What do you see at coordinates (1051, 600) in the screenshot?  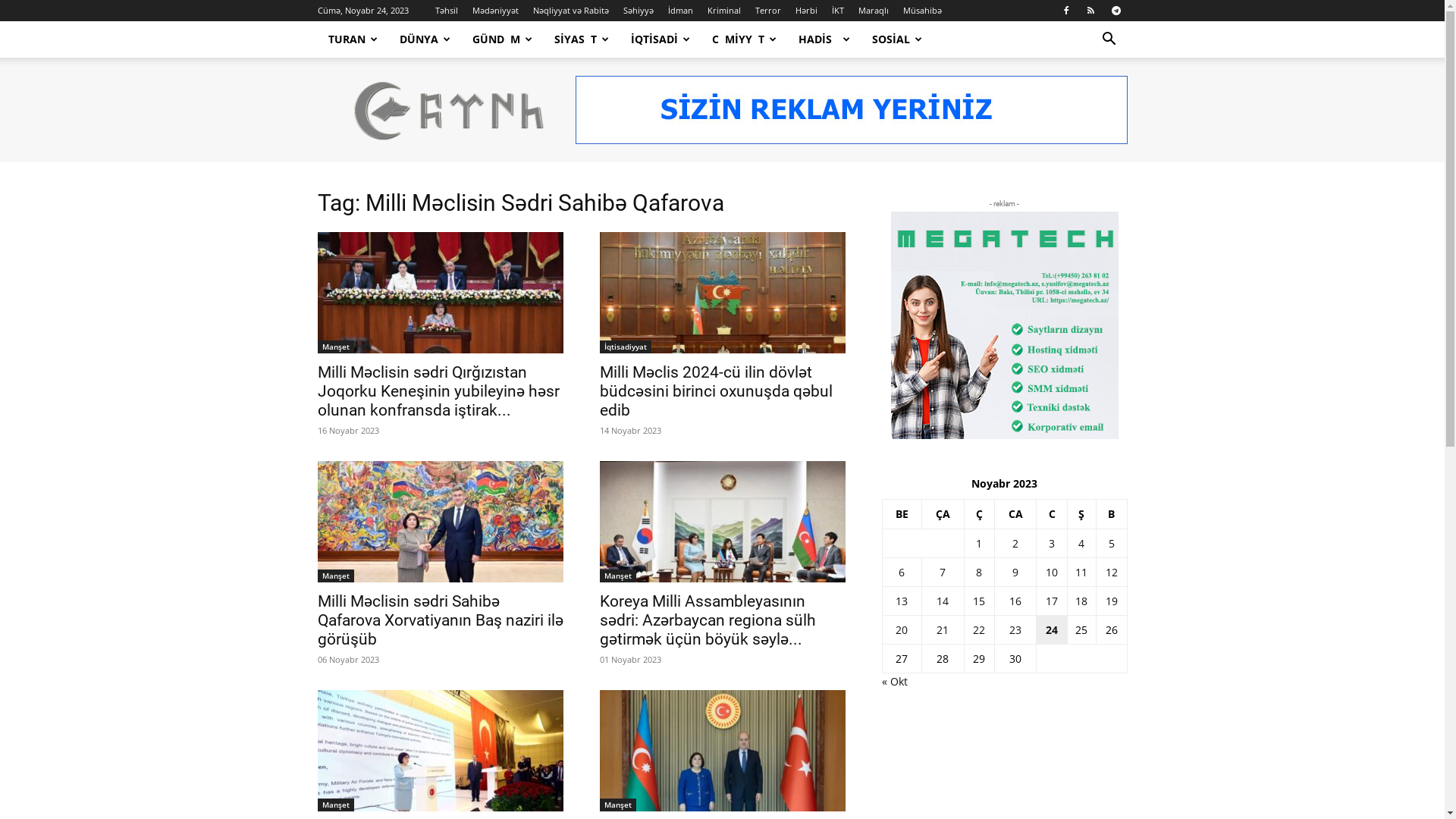 I see `'17'` at bounding box center [1051, 600].